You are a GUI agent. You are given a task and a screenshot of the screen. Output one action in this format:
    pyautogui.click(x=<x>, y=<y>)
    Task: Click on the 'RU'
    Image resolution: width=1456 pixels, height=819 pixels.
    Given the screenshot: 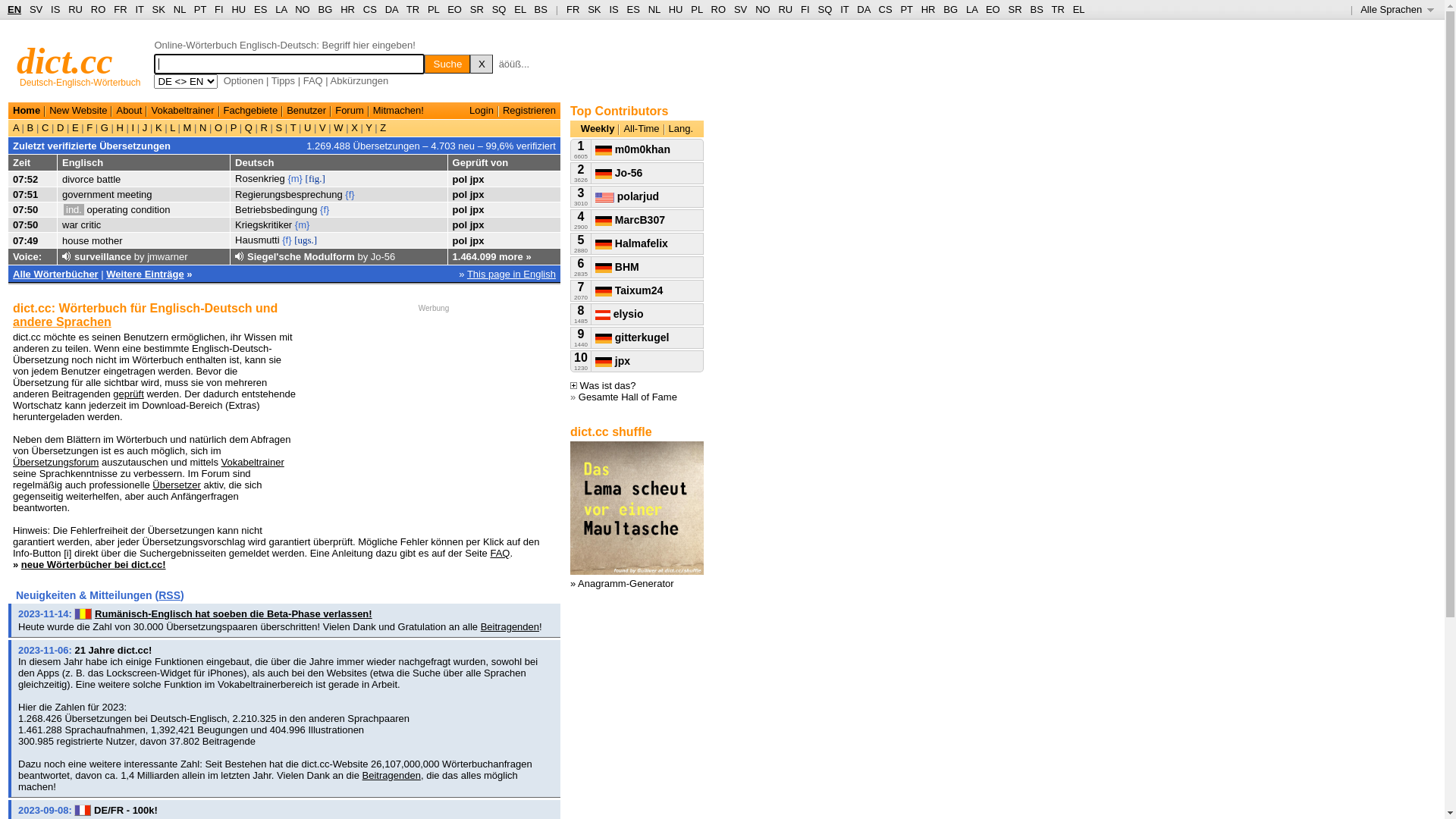 What is the action you would take?
    pyautogui.click(x=785, y=9)
    